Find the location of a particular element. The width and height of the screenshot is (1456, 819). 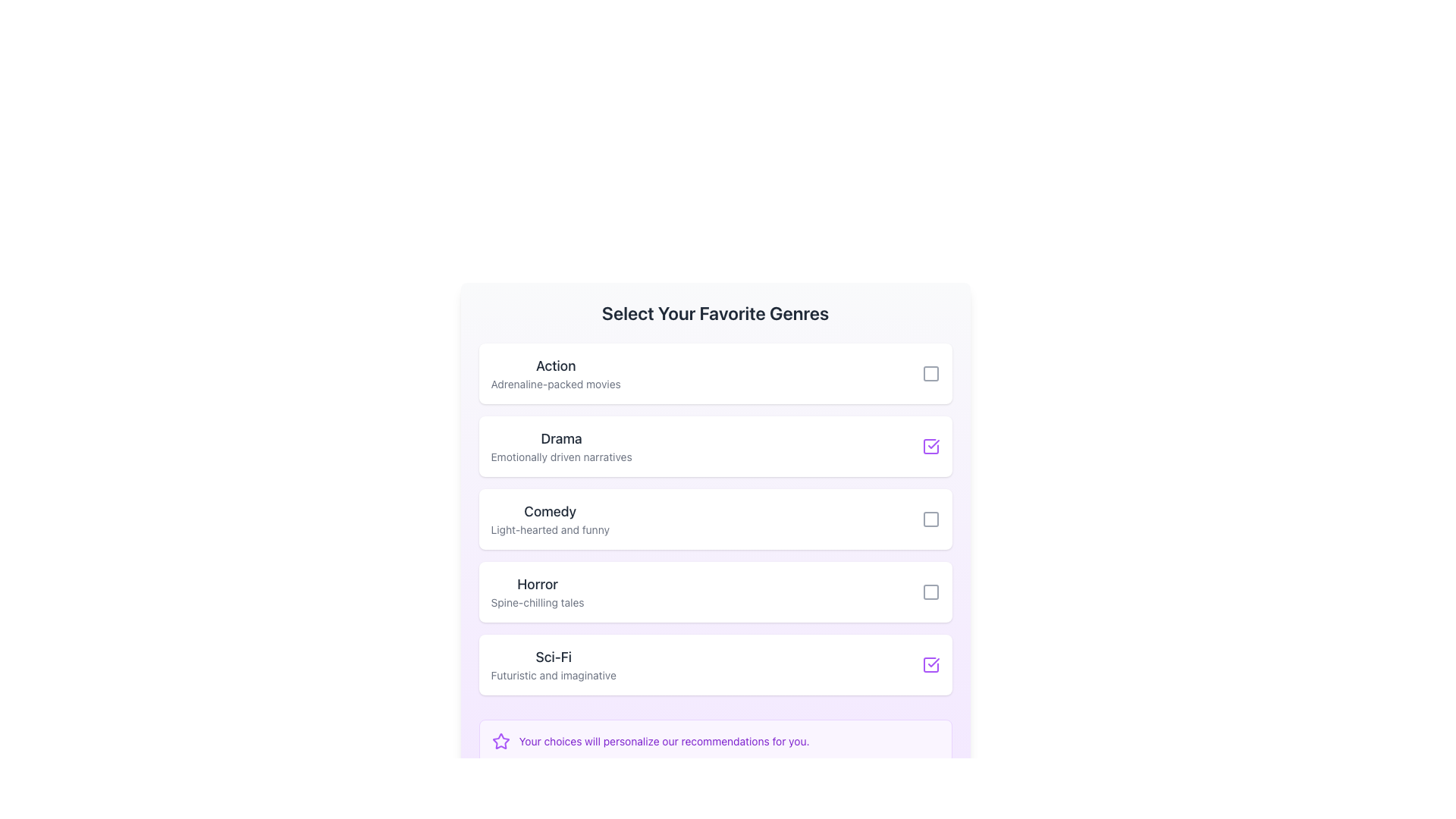

the star icon located to the left of the text block that states 'Your choices will personalize our recommendations for you.' for decorative purposes is located at coordinates (500, 741).